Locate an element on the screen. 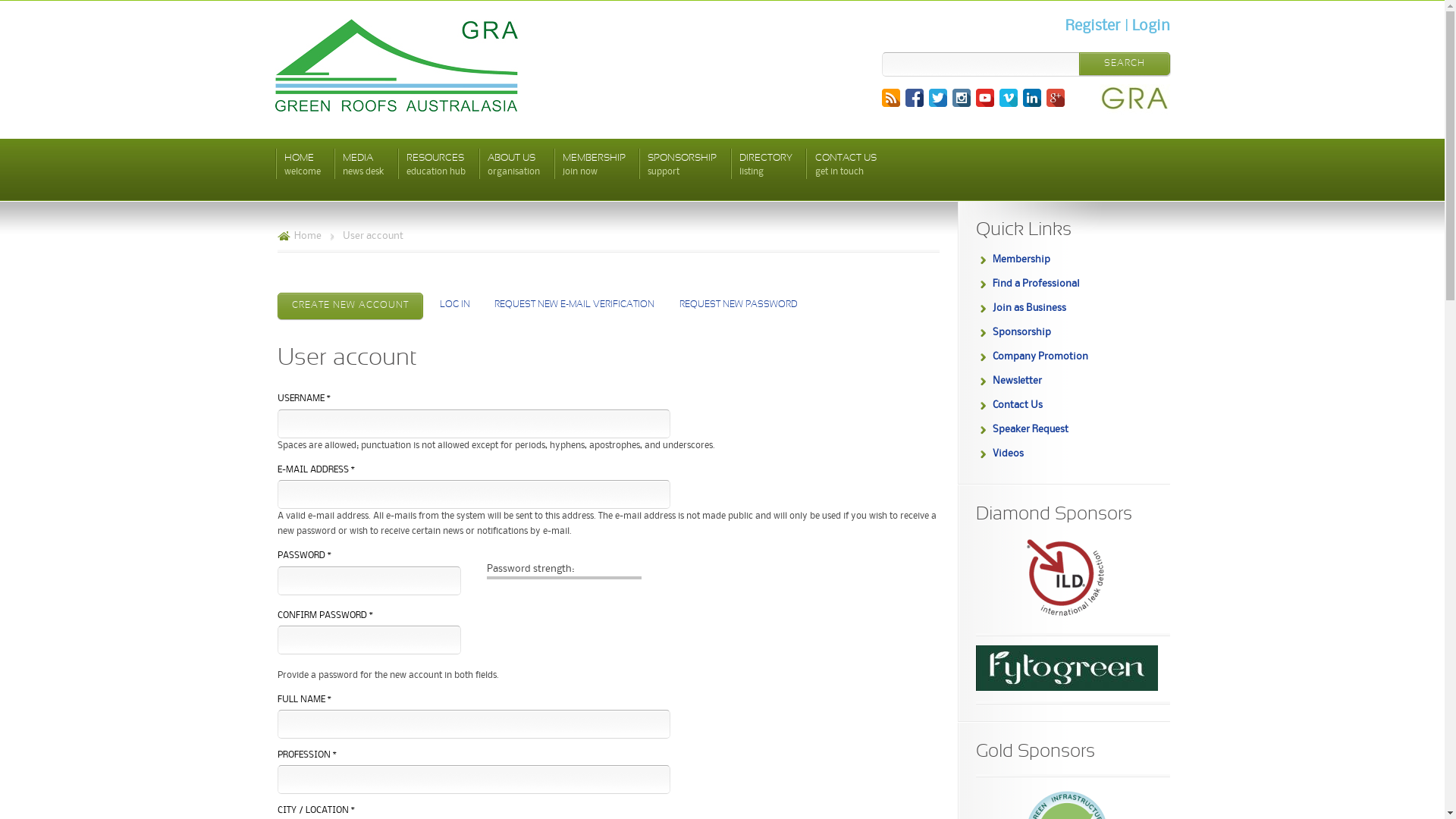 This screenshot has height=819, width=1456. 'CONTACT US is located at coordinates (844, 167).